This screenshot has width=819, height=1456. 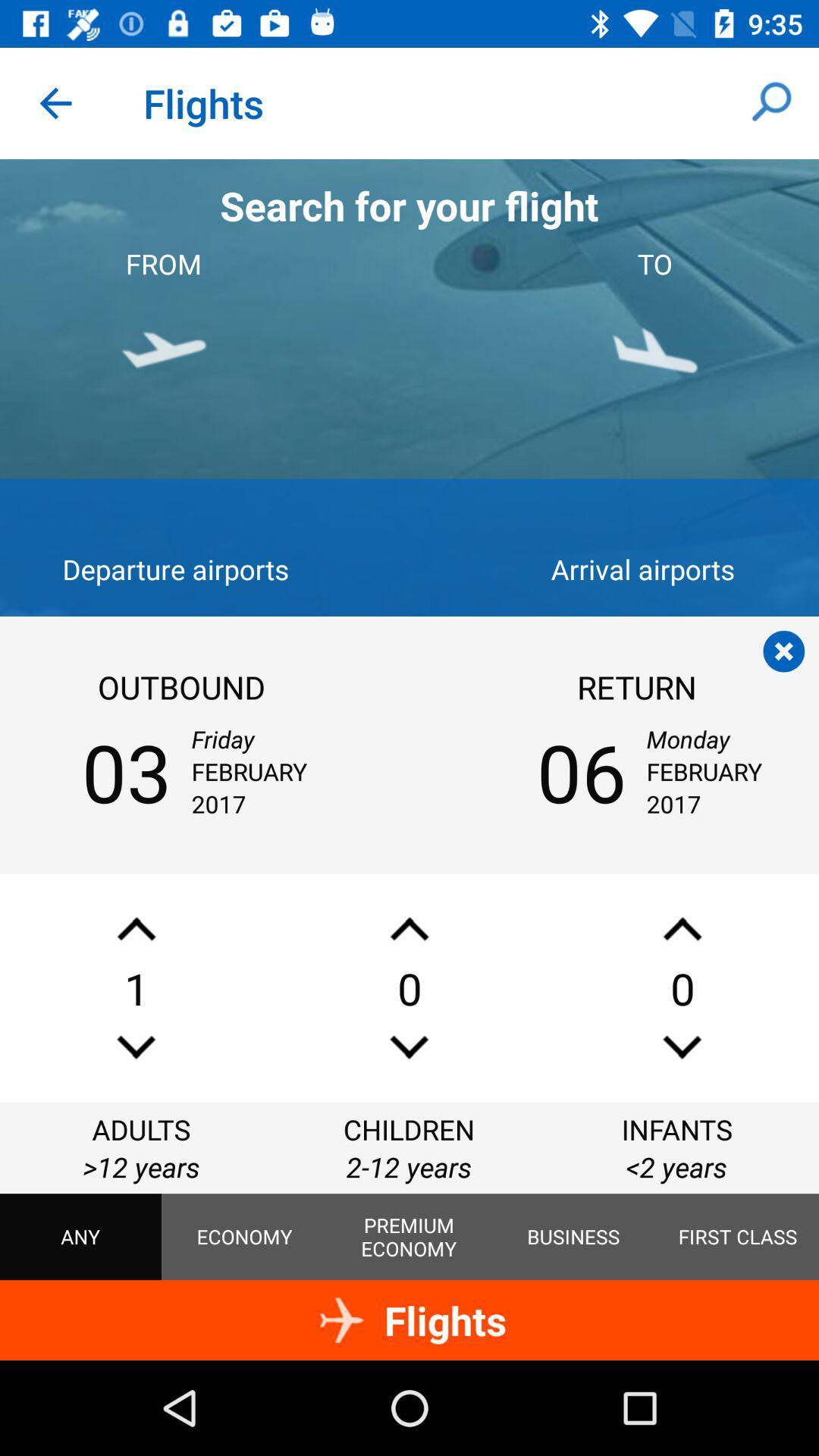 I want to click on the font icon, so click(x=136, y=928).